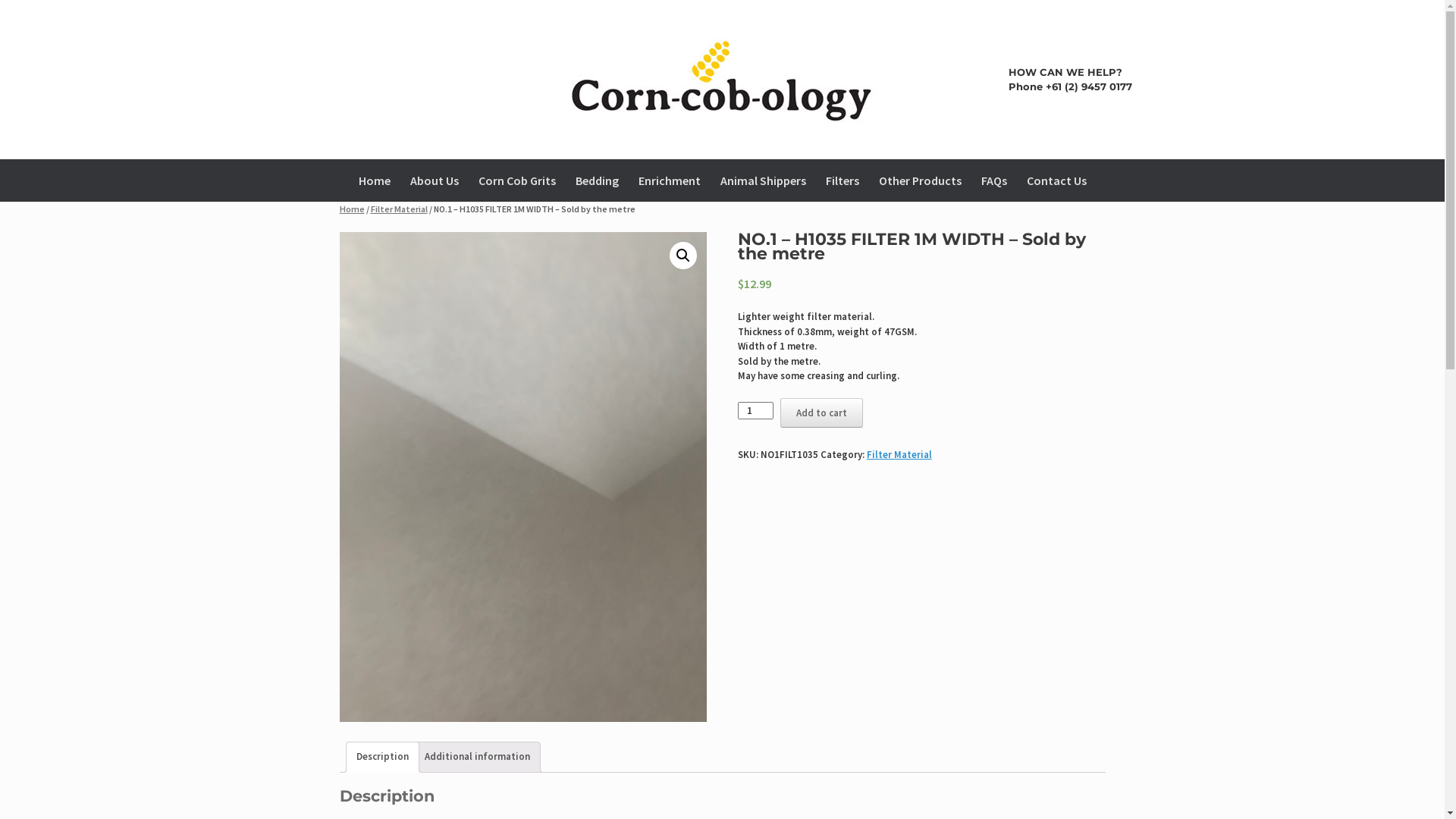 The image size is (1456, 819). I want to click on 'FAQs', so click(993, 180).